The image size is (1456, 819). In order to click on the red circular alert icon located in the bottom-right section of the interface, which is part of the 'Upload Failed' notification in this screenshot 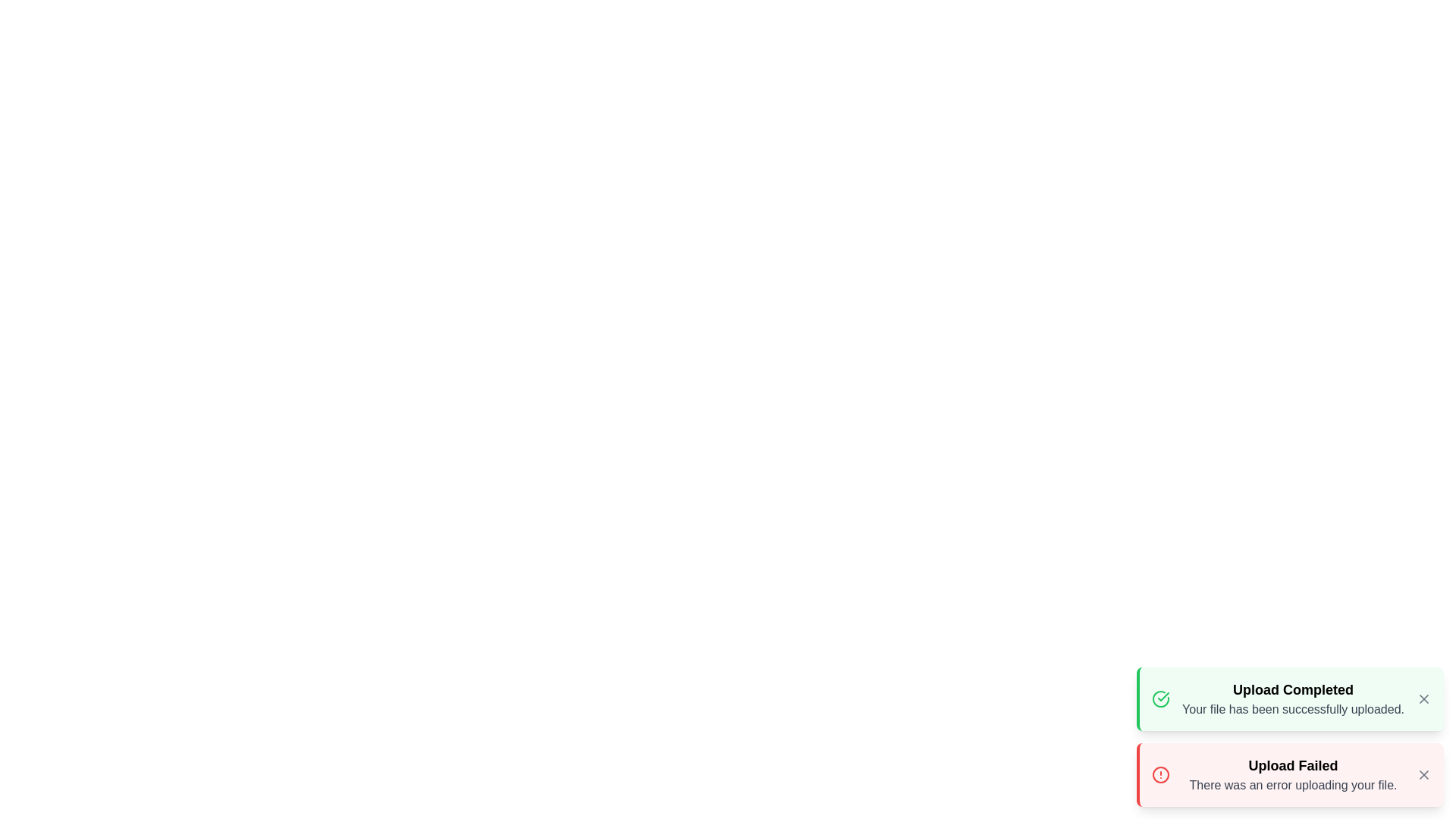, I will do `click(1160, 775)`.